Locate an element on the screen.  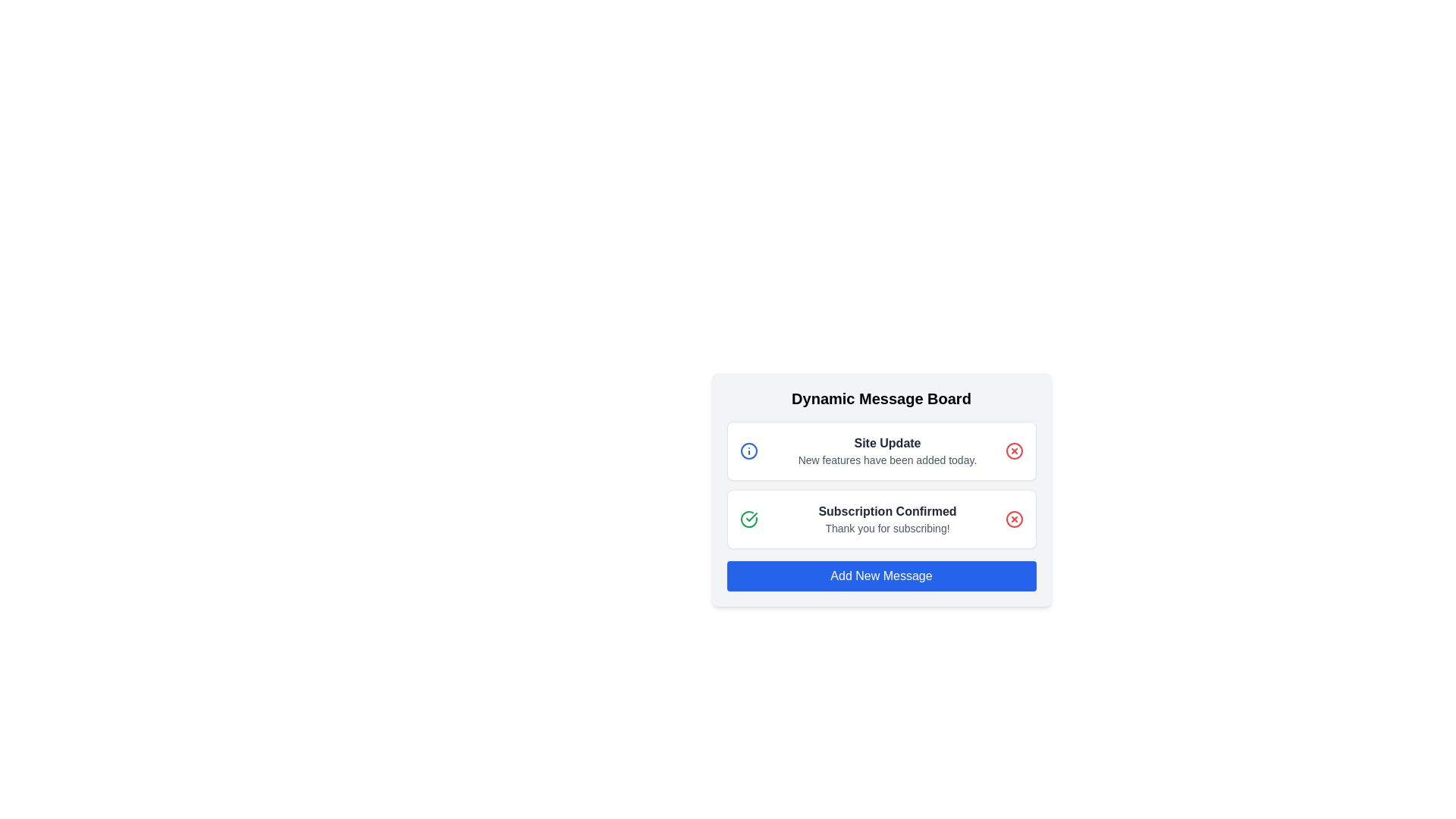
text label providing additional context related to the message or notification above it, which is located below the bold header 'Site Update' is located at coordinates (887, 459).